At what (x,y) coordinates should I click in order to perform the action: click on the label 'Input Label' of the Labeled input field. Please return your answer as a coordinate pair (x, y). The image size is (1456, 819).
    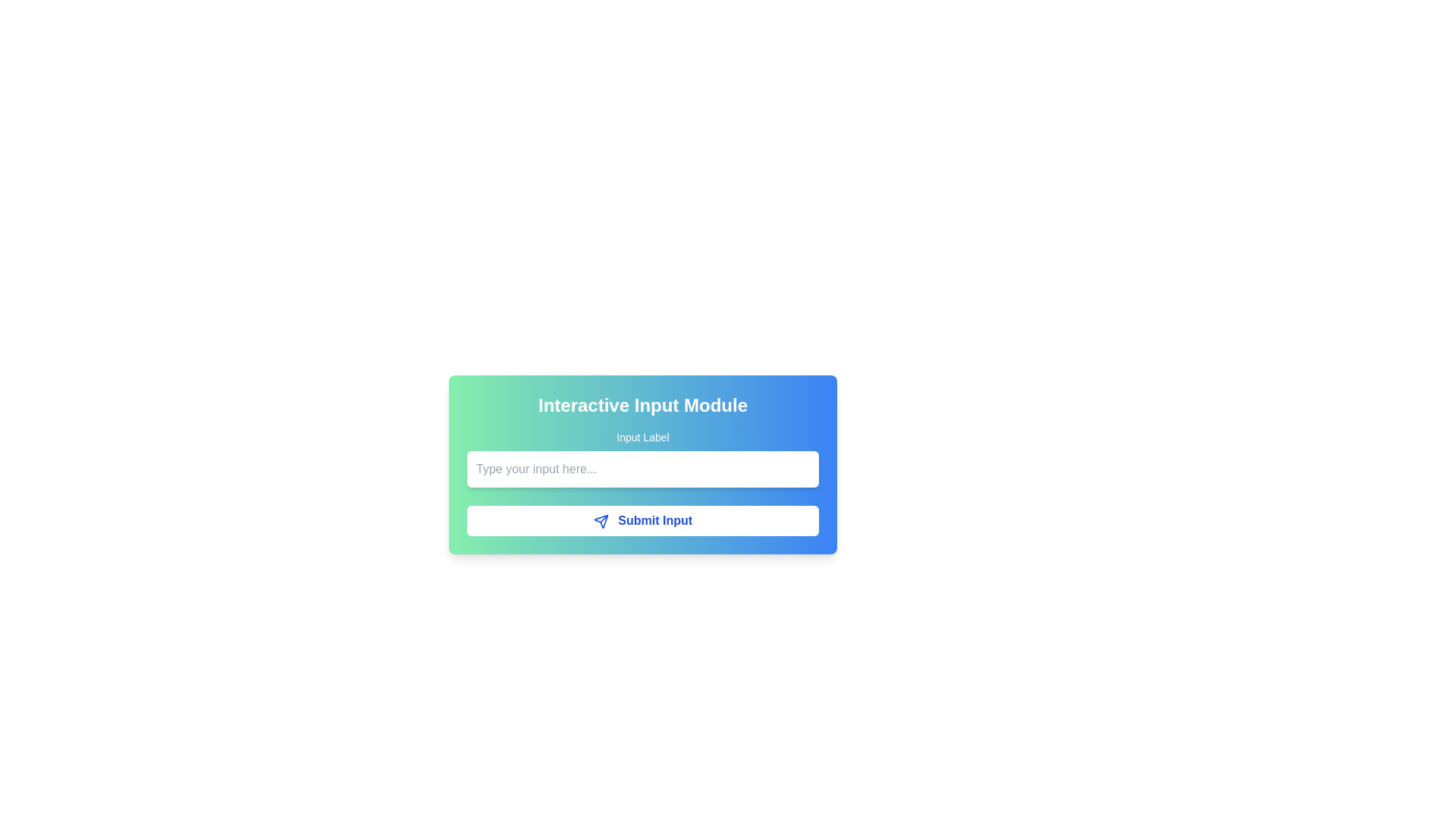
    Looking at the image, I should click on (643, 458).